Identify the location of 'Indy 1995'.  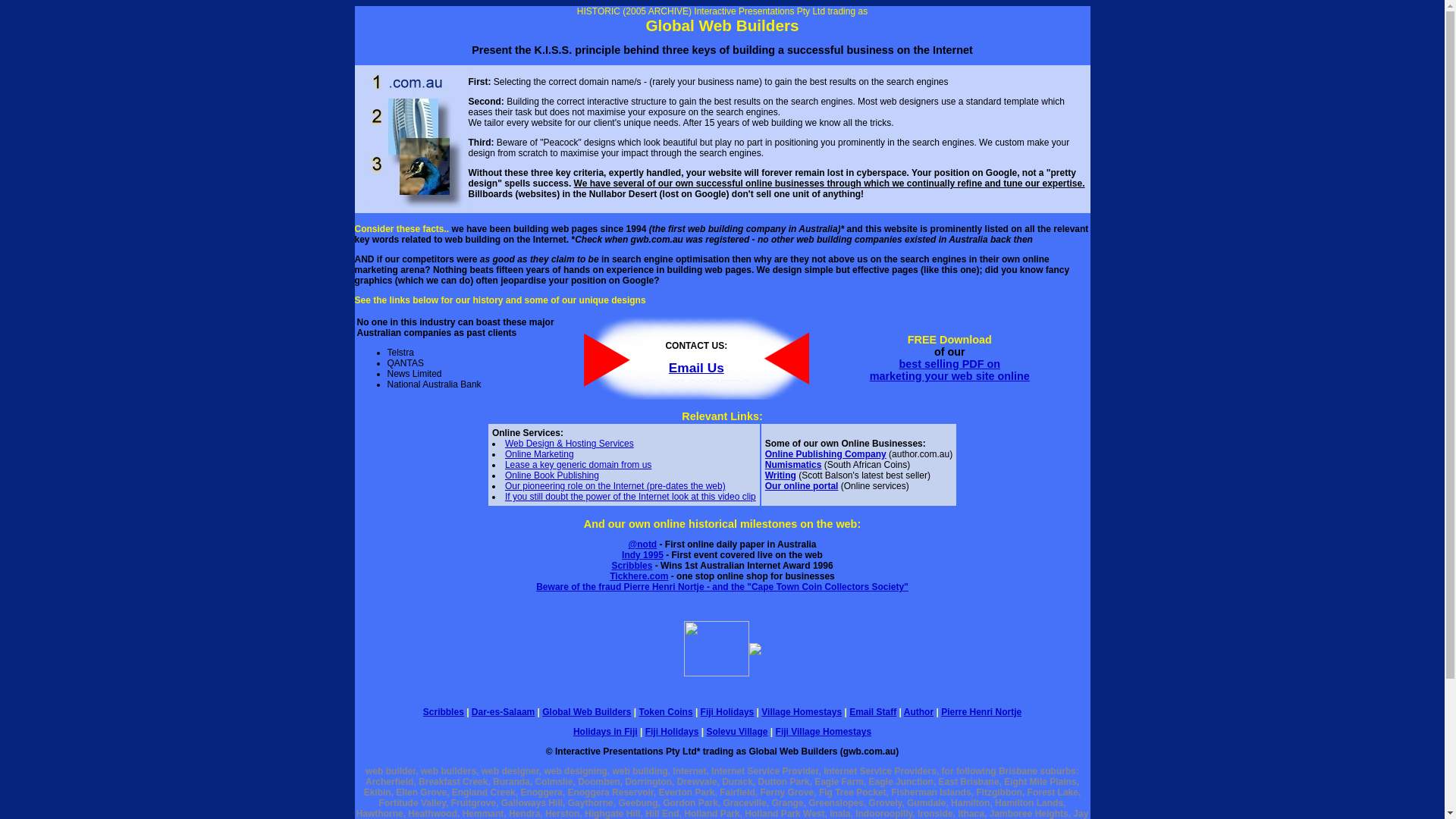
(642, 555).